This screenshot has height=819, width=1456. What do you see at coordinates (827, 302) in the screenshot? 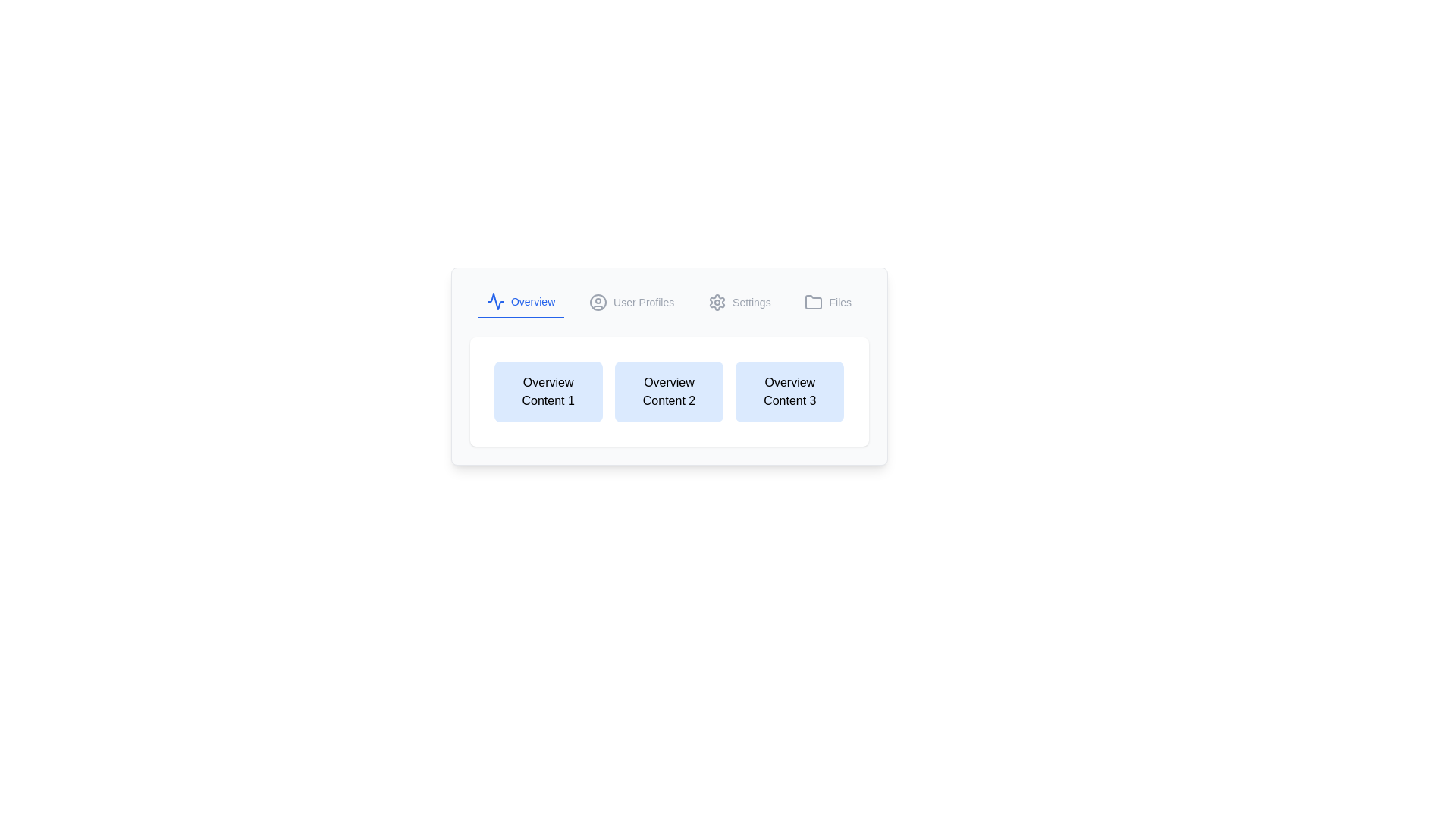
I see `the last menu item on the horizontal navigation menu` at bounding box center [827, 302].